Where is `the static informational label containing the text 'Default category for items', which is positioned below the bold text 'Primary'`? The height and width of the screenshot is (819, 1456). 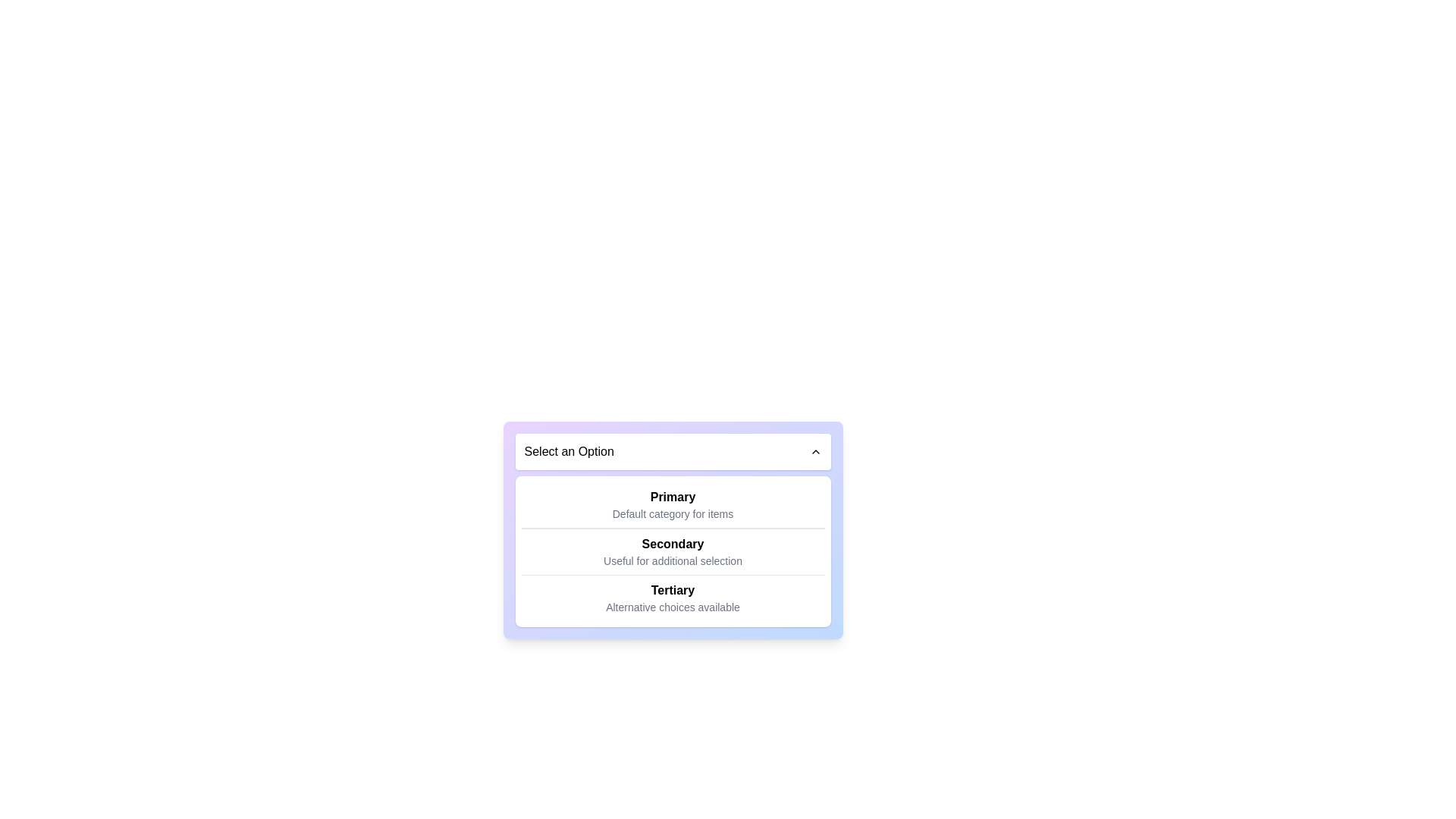 the static informational label containing the text 'Default category for items', which is positioned below the bold text 'Primary' is located at coordinates (672, 513).